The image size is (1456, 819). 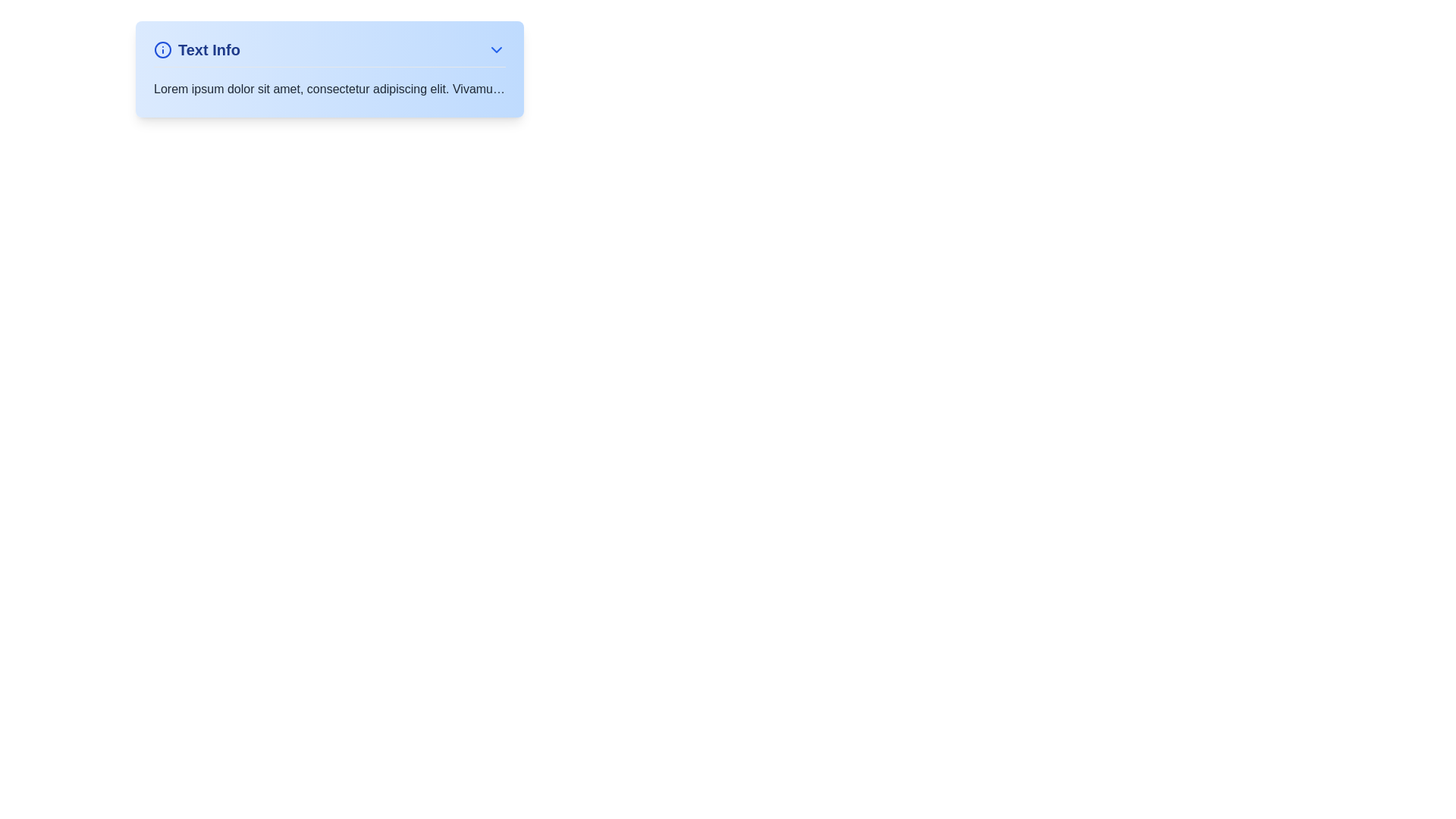 What do you see at coordinates (208, 49) in the screenshot?
I see `text from the Static text element located to the right of the circular blue icon with an 'i', aligned horizontally in the upper section of a card-like interface` at bounding box center [208, 49].